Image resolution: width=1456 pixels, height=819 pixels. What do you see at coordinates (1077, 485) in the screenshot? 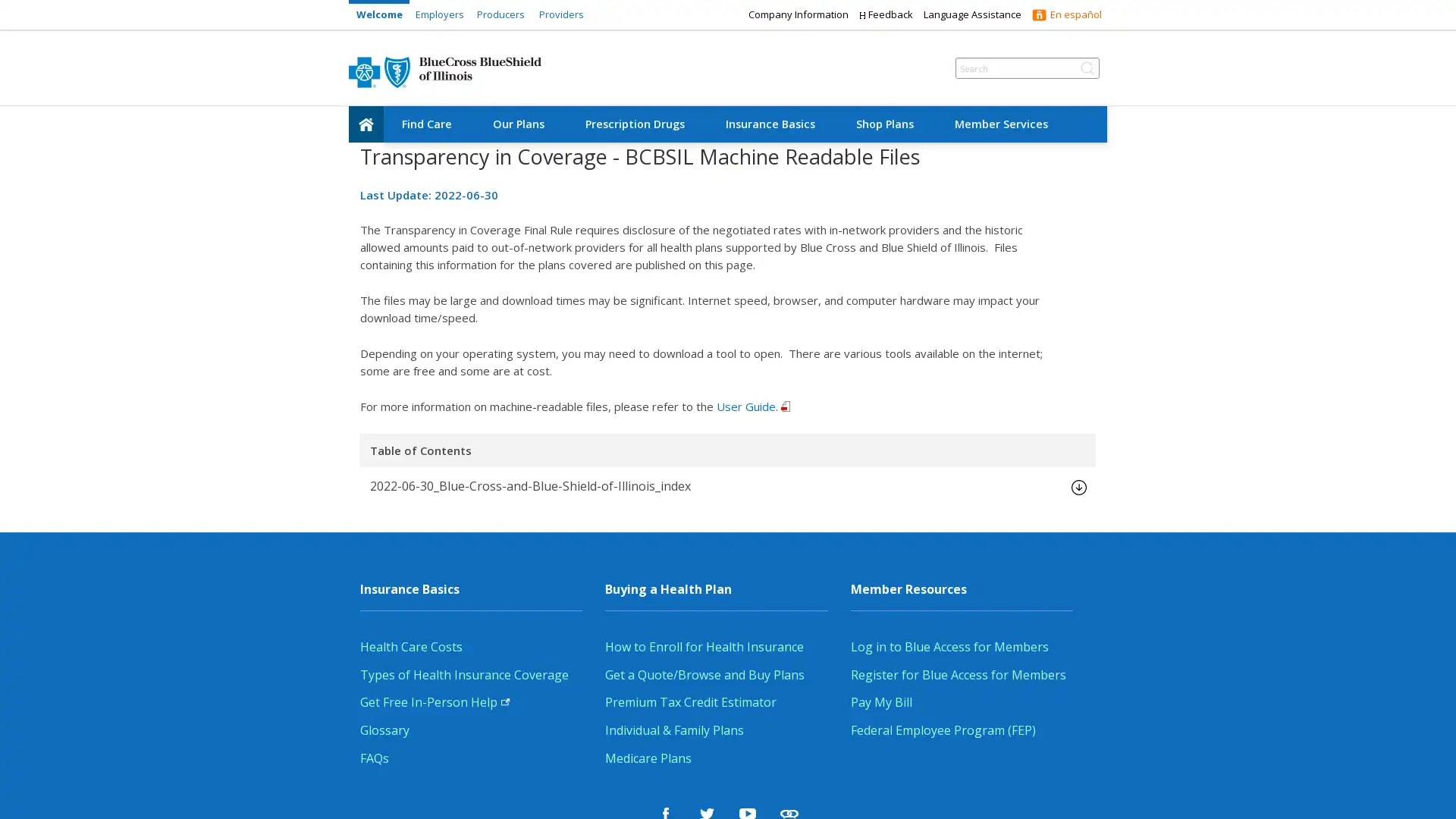
I see `Download` at bounding box center [1077, 485].